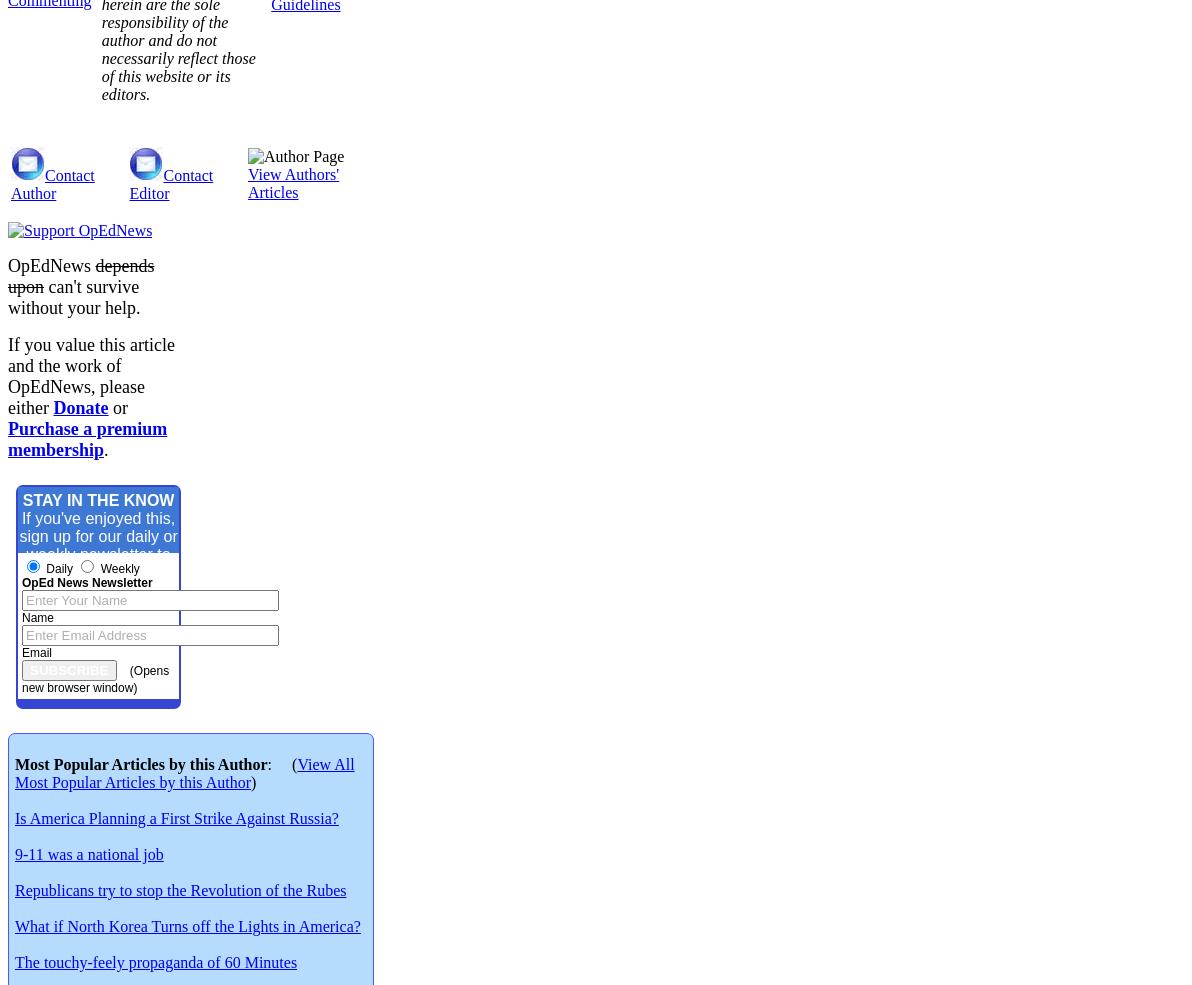 This screenshot has width=1192, height=985. What do you see at coordinates (50, 265) in the screenshot?
I see `'OpEdNews'` at bounding box center [50, 265].